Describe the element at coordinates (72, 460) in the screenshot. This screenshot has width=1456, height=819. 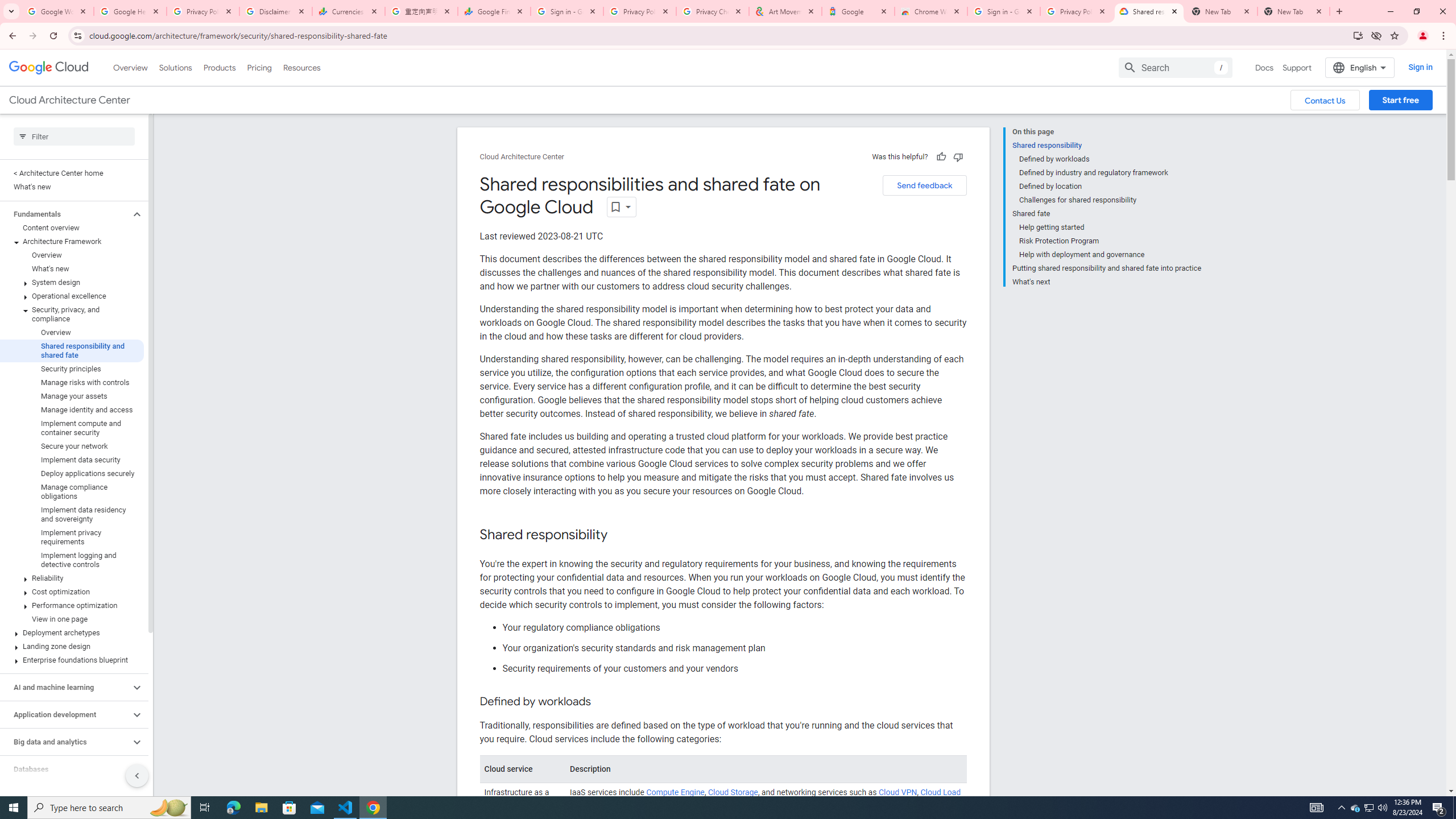
I see `'Implement data security'` at that location.